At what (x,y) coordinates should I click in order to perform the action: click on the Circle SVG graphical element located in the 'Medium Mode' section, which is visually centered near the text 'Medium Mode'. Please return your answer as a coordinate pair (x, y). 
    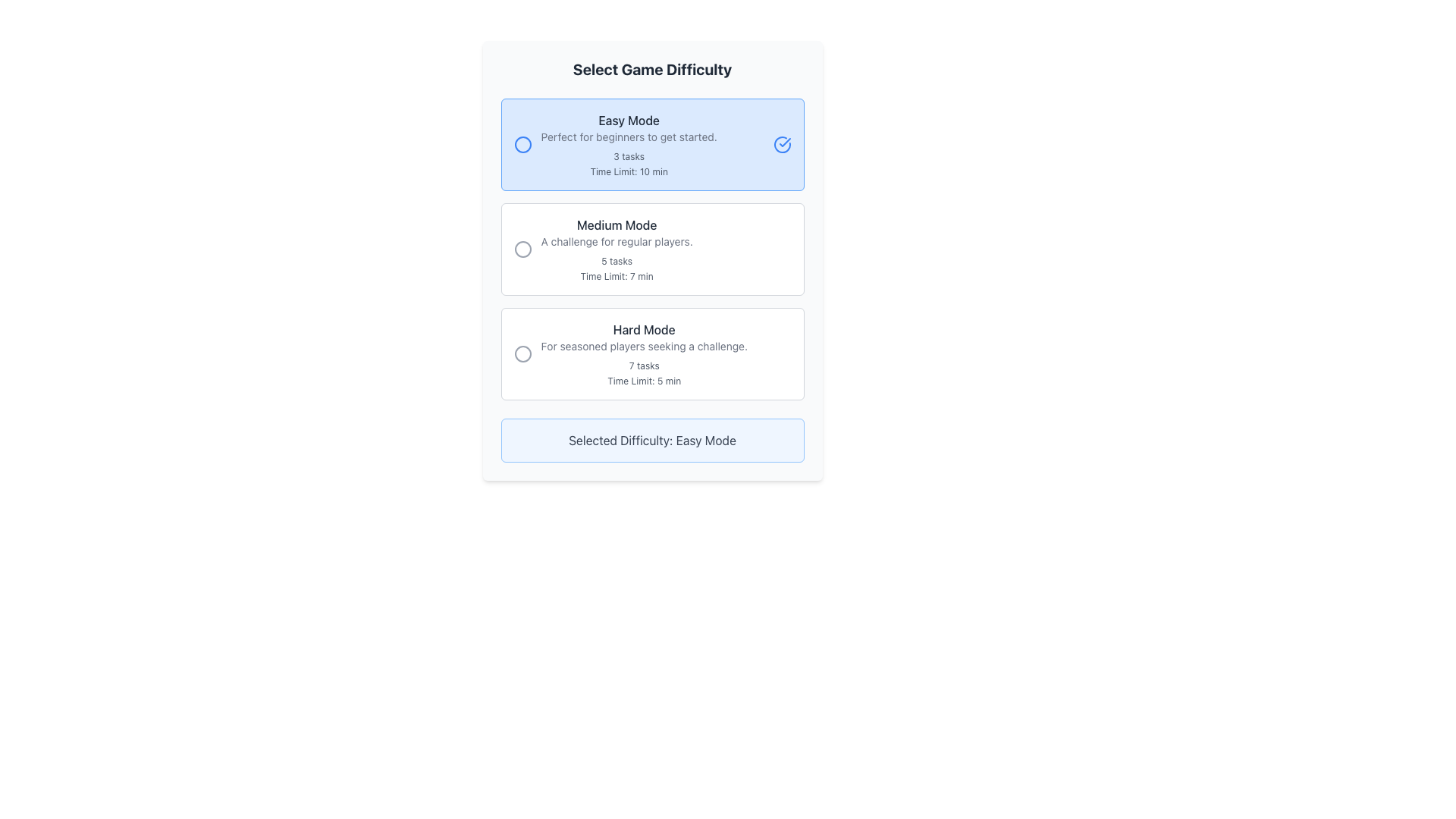
    Looking at the image, I should click on (522, 248).